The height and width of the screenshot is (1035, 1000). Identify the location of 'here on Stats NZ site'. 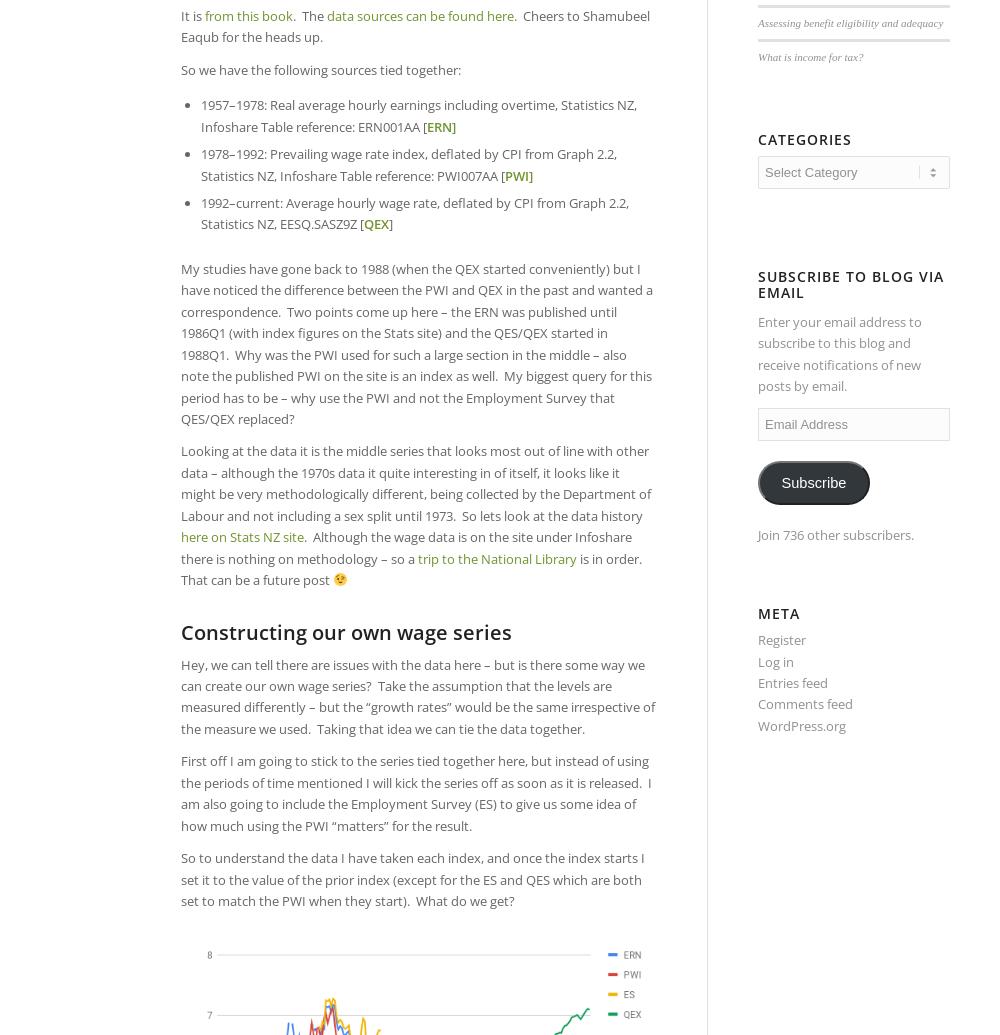
(241, 535).